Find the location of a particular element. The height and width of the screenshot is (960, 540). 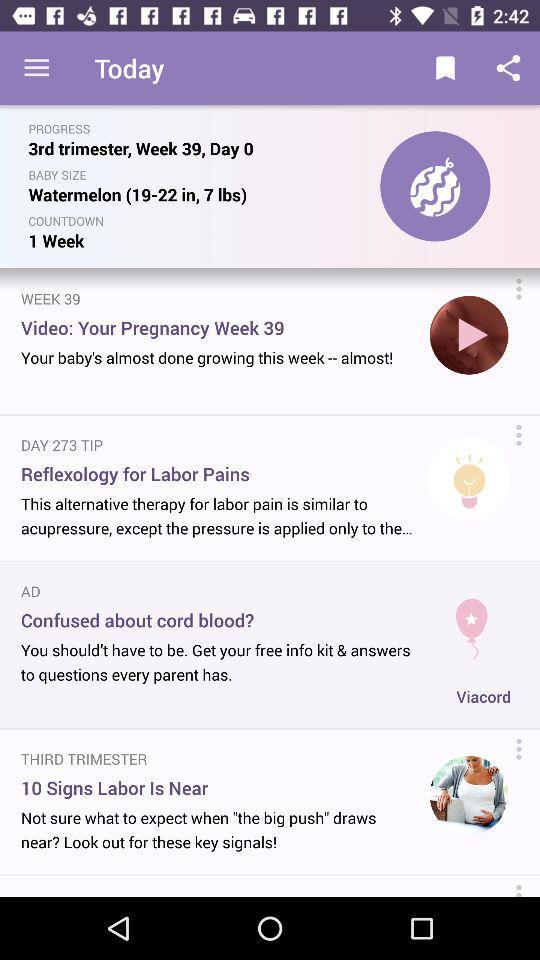

the icon to the right of the you should t is located at coordinates (482, 696).